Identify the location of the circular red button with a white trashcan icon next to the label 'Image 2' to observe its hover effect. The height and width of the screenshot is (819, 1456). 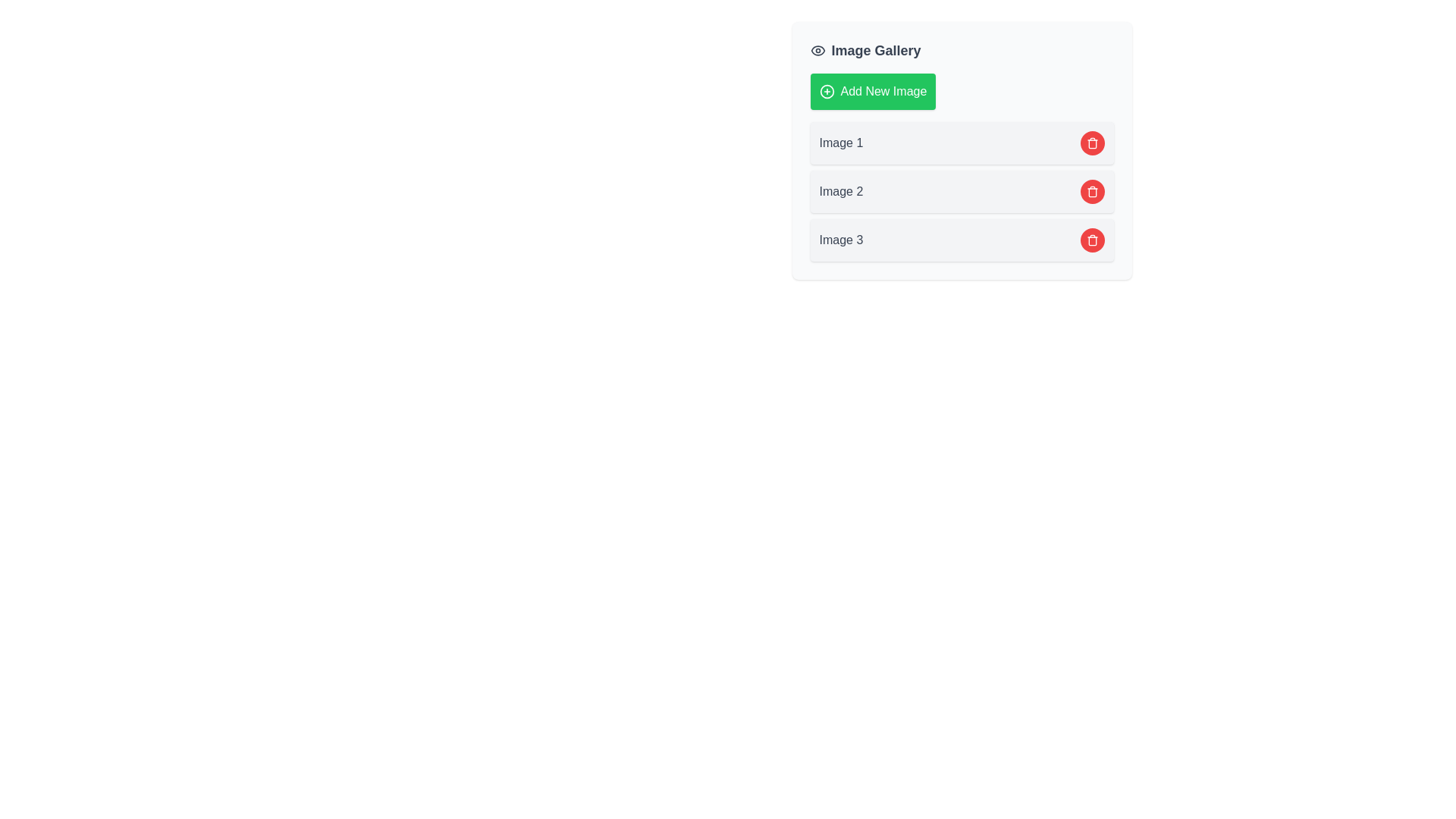
(1092, 191).